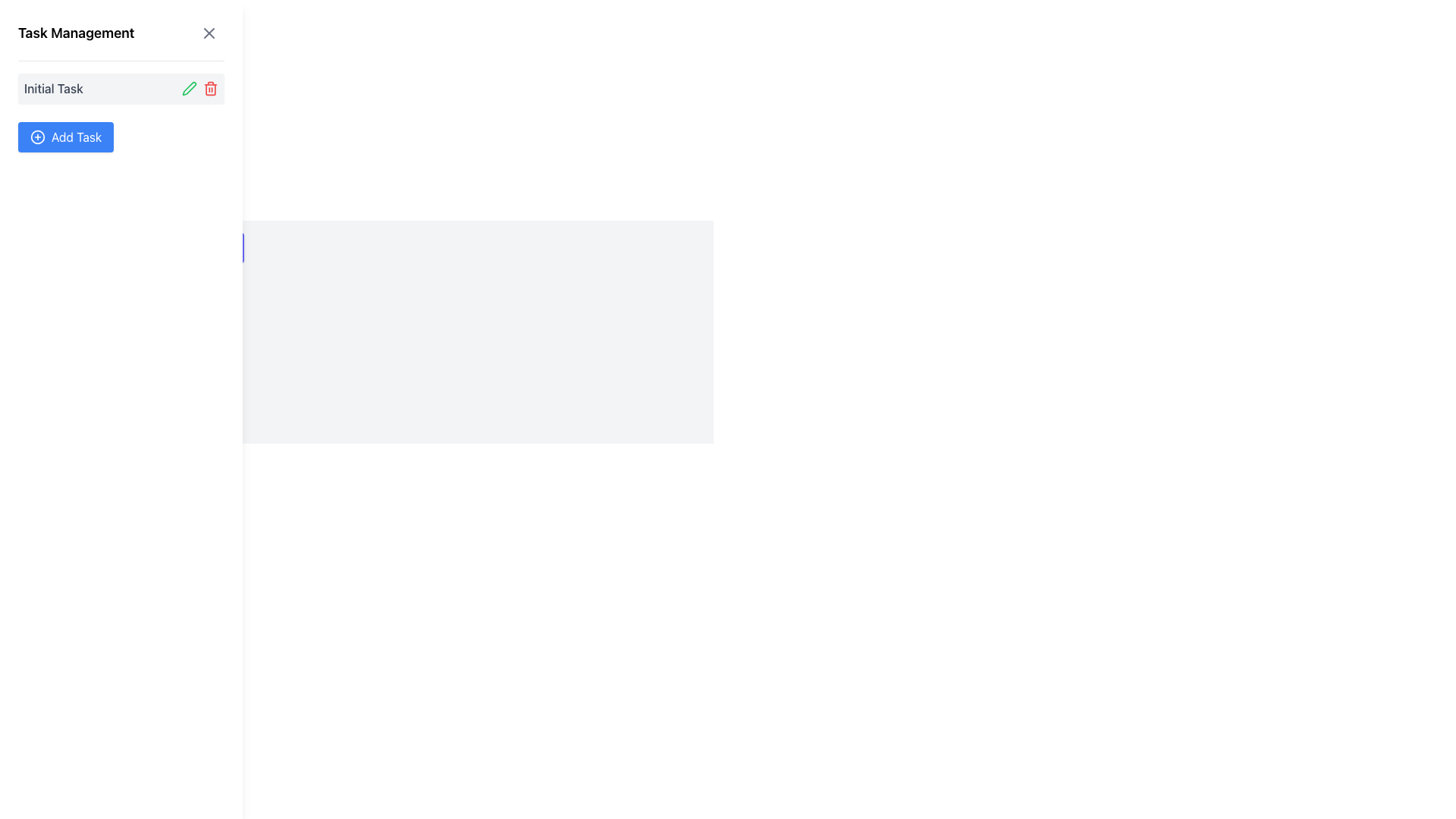 Image resolution: width=1456 pixels, height=819 pixels. Describe the element at coordinates (75, 137) in the screenshot. I see `the text label within the button that triggers the addition of a new task, located near the right side of the button, adjacent to a plus icon` at that location.